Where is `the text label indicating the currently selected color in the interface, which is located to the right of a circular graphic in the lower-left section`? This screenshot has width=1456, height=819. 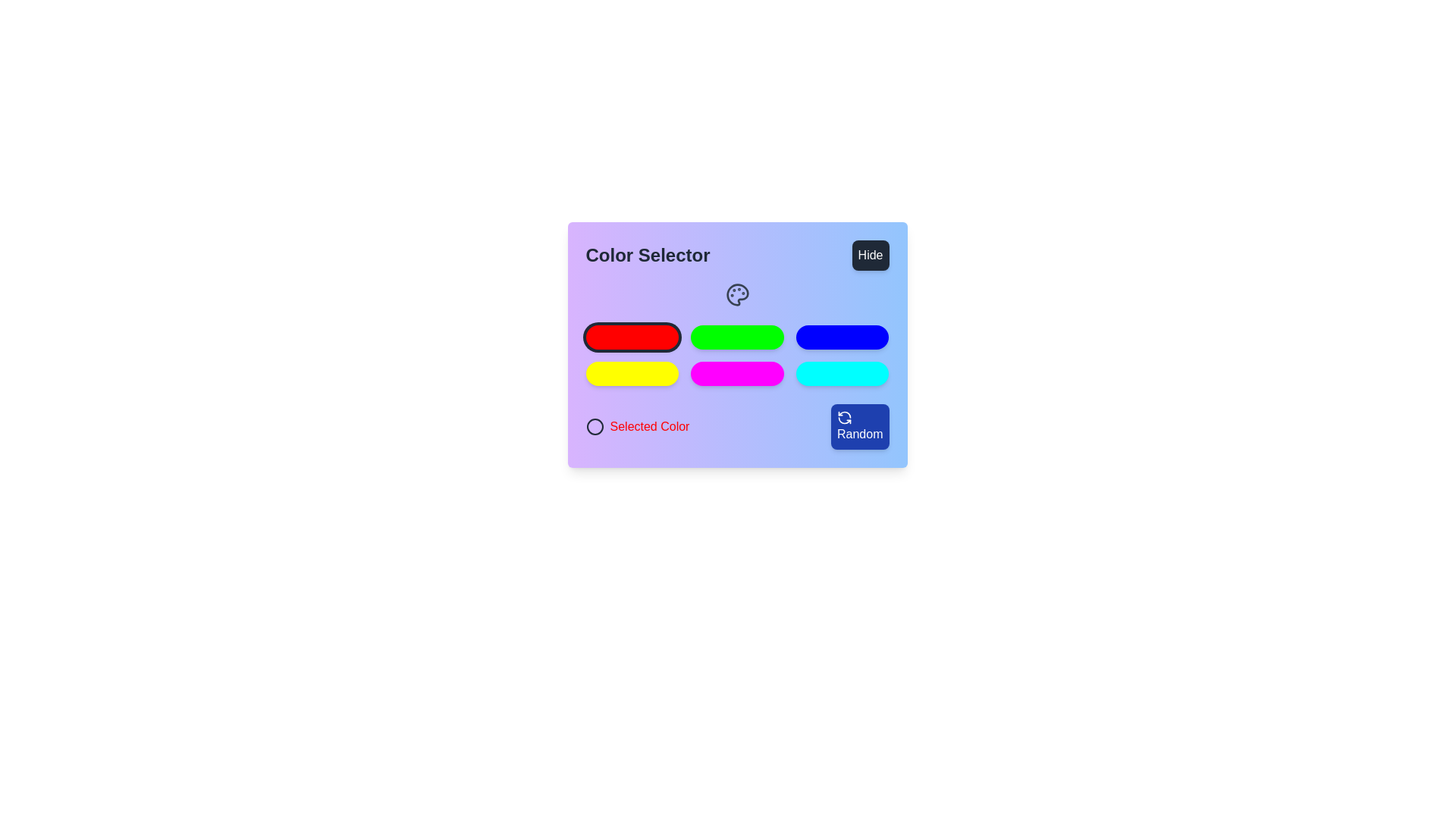
the text label indicating the currently selected color in the interface, which is located to the right of a circular graphic in the lower-left section is located at coordinates (649, 427).